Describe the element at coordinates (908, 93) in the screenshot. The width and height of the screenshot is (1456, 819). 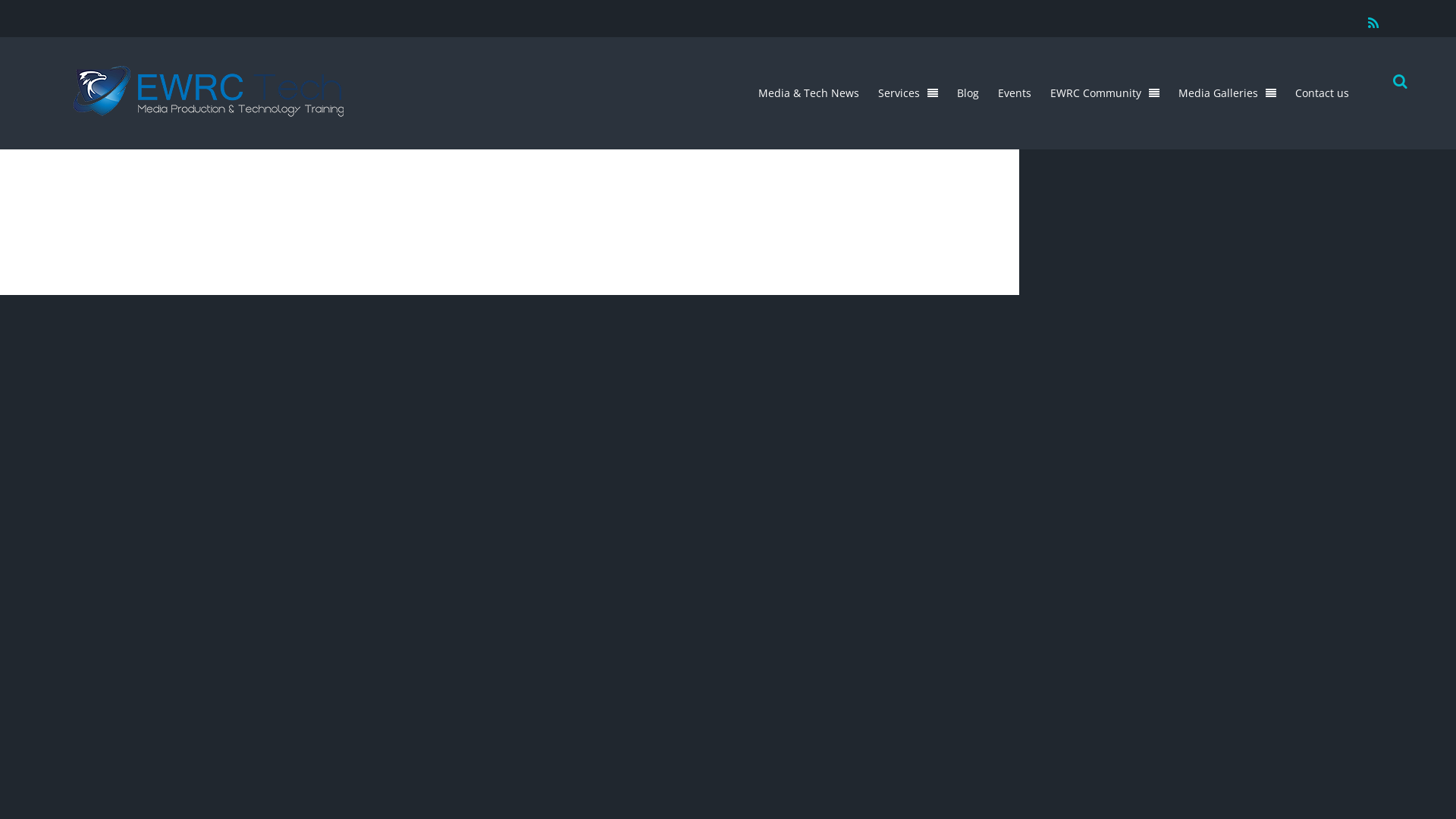
I see `'Services'` at that location.